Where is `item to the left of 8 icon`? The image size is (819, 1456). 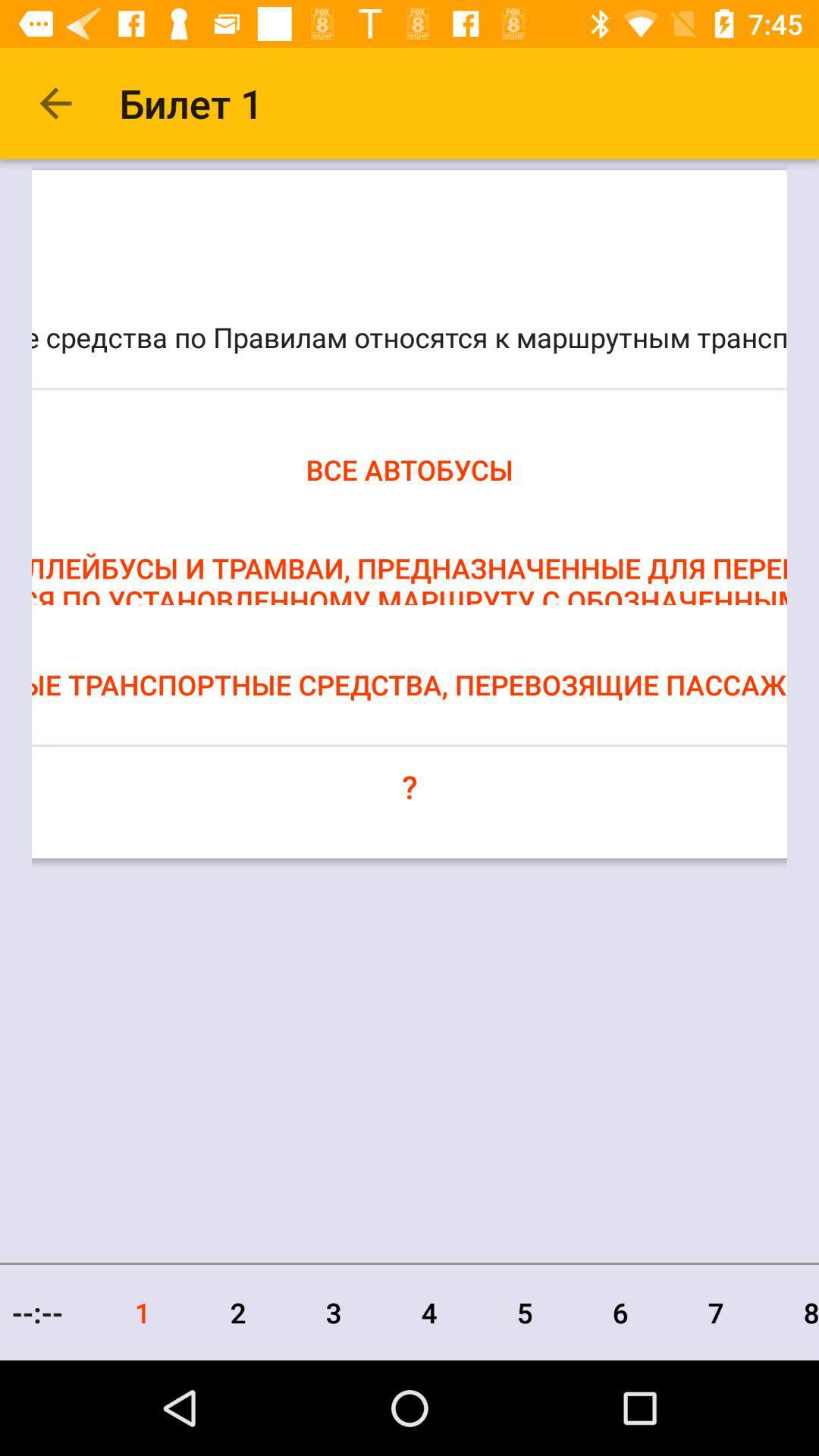 item to the left of 8 icon is located at coordinates (716, 1312).